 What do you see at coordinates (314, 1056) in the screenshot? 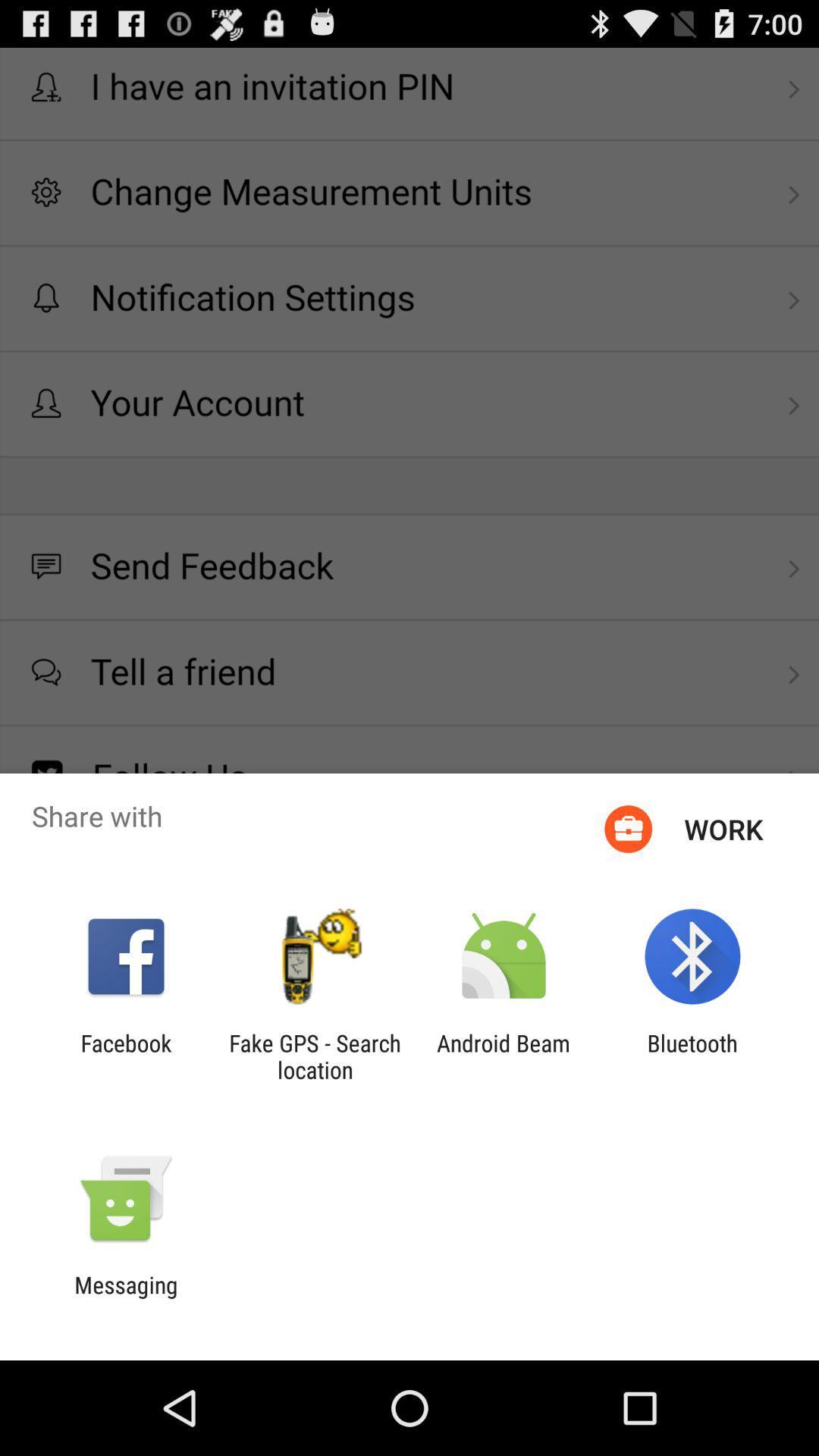
I see `app next to the android beam app` at bounding box center [314, 1056].